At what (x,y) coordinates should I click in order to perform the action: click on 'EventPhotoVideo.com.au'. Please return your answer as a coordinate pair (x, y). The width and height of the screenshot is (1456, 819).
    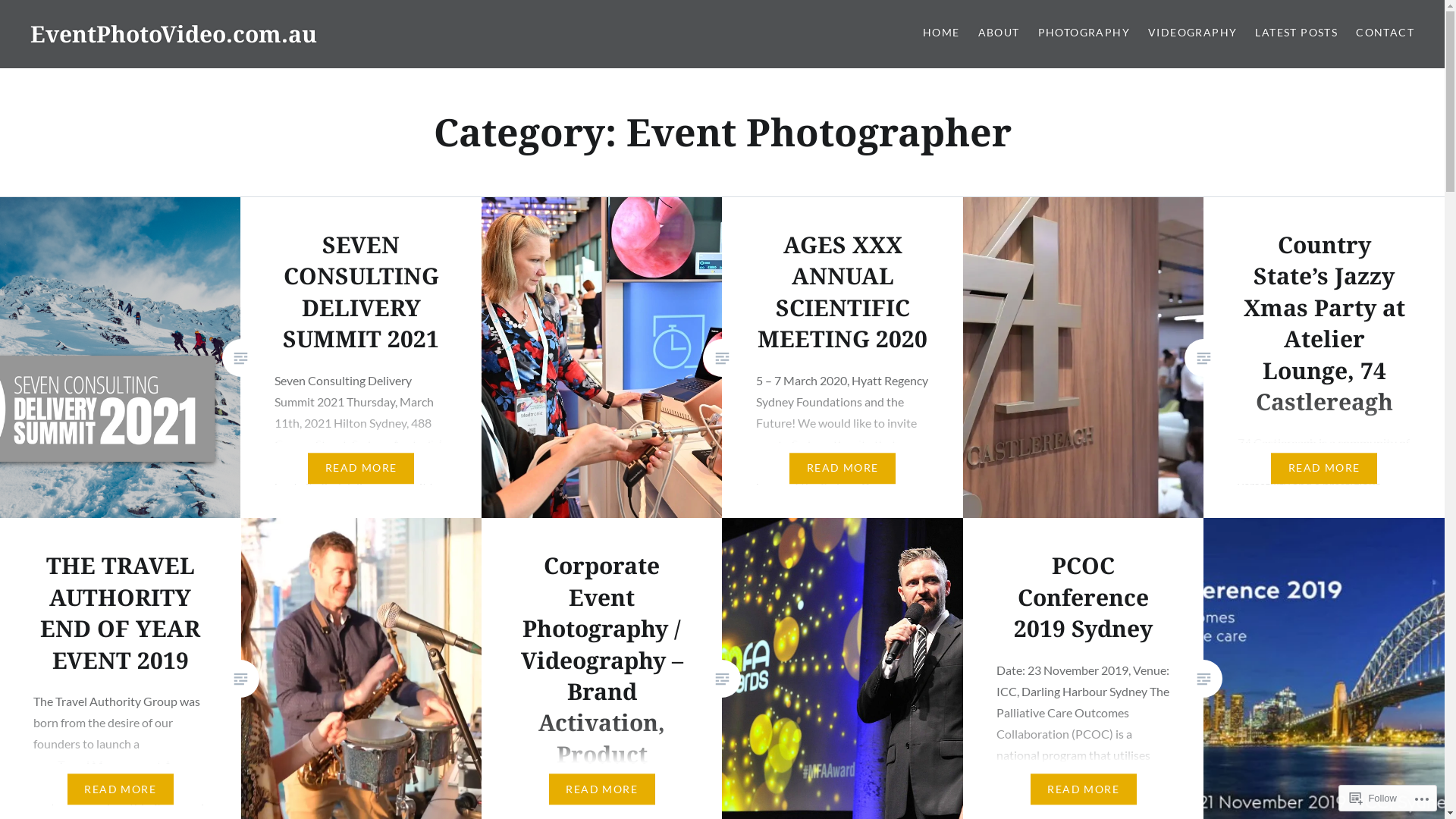
    Looking at the image, I should click on (30, 33).